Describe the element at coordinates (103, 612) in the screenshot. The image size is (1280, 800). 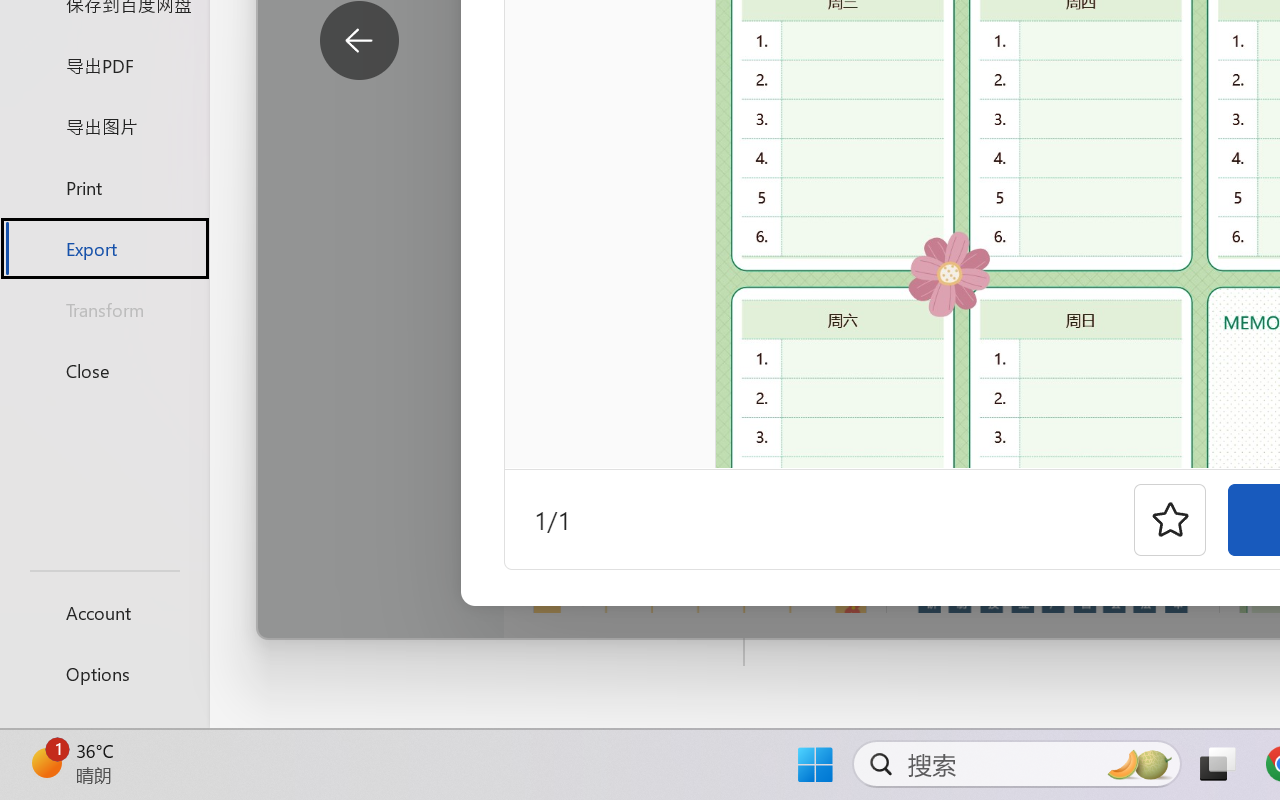
I see `'Account'` at that location.